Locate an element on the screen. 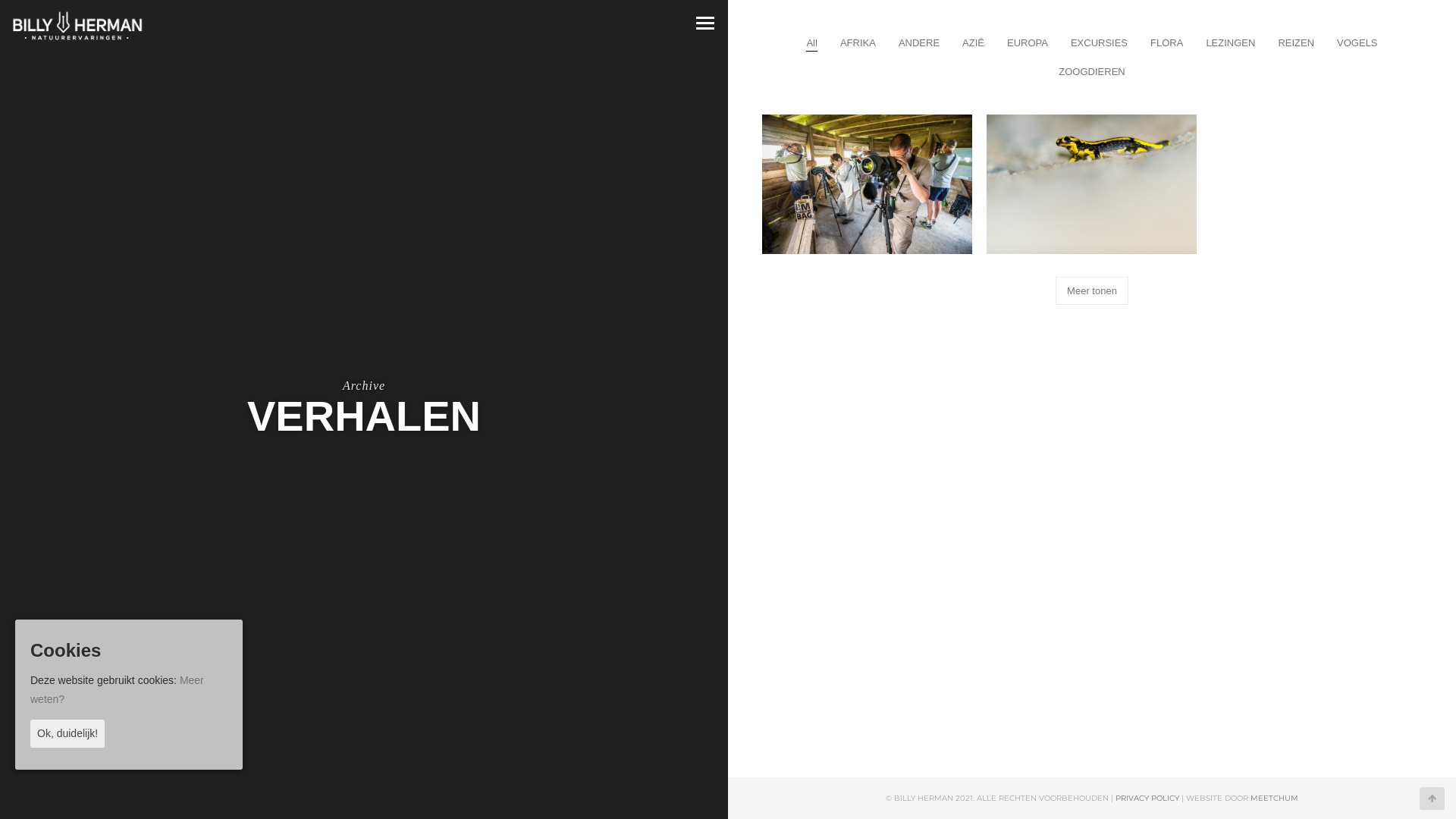  'EUROPA' is located at coordinates (1027, 42).